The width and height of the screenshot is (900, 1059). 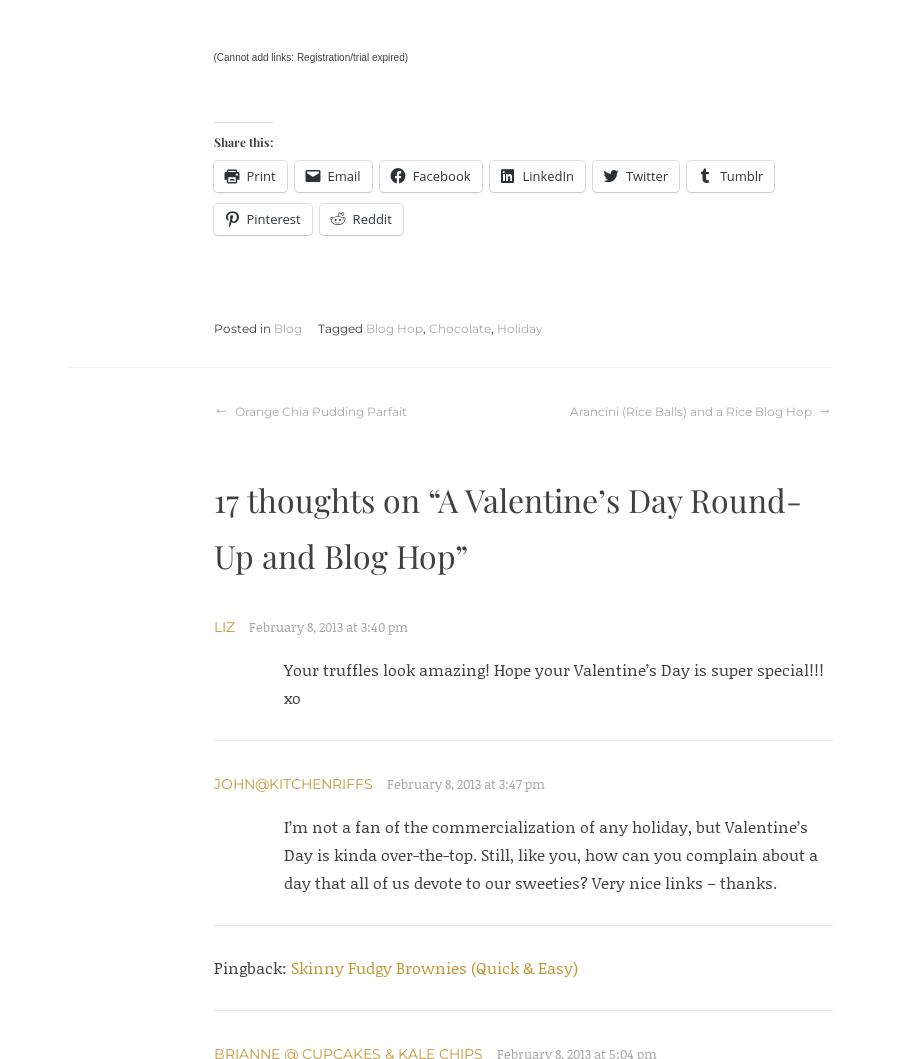 I want to click on 'Tumblr', so click(x=740, y=175).